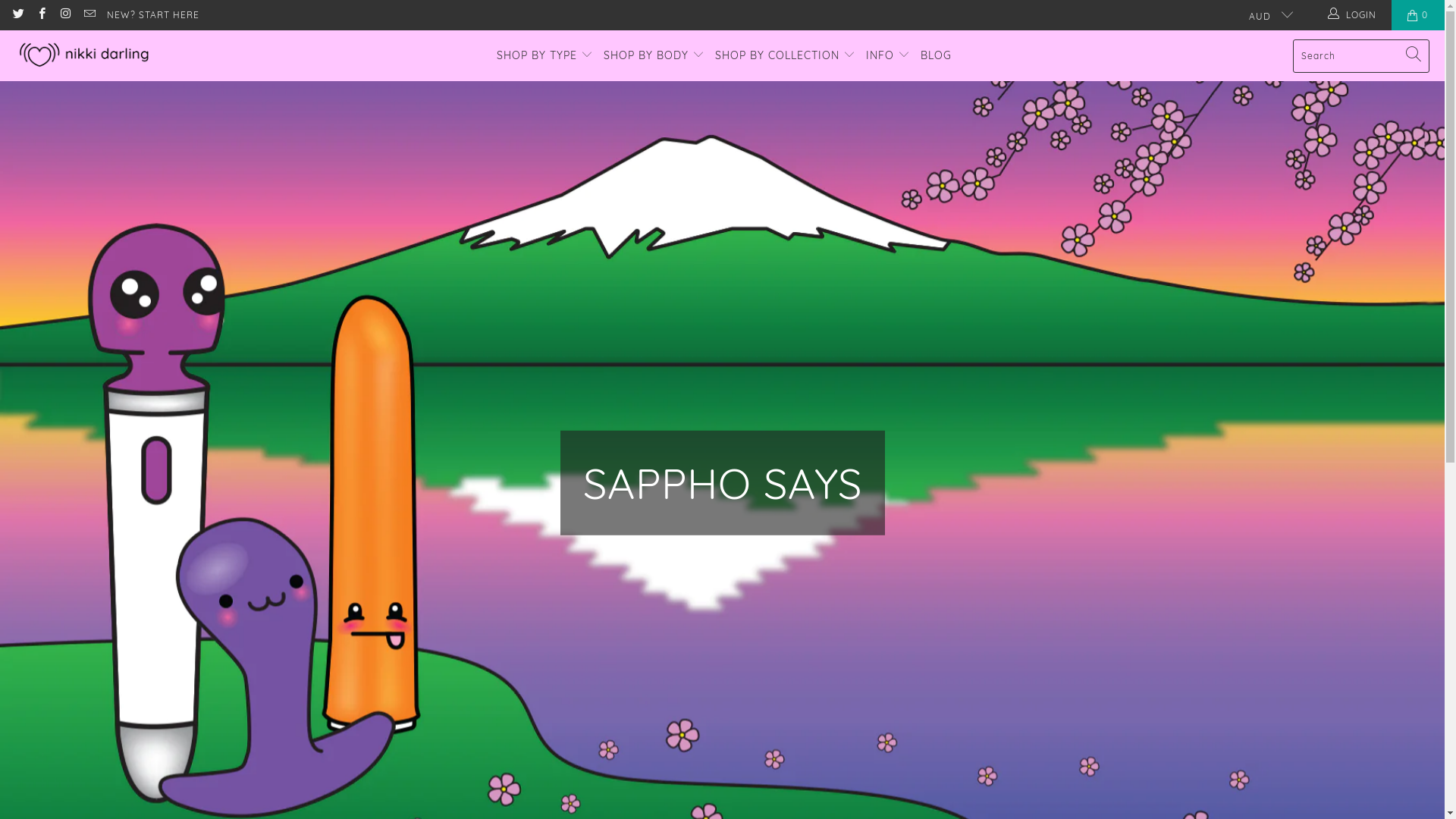 The height and width of the screenshot is (819, 1456). Describe the element at coordinates (105, 14) in the screenshot. I see `'NEW? START HERE'` at that location.